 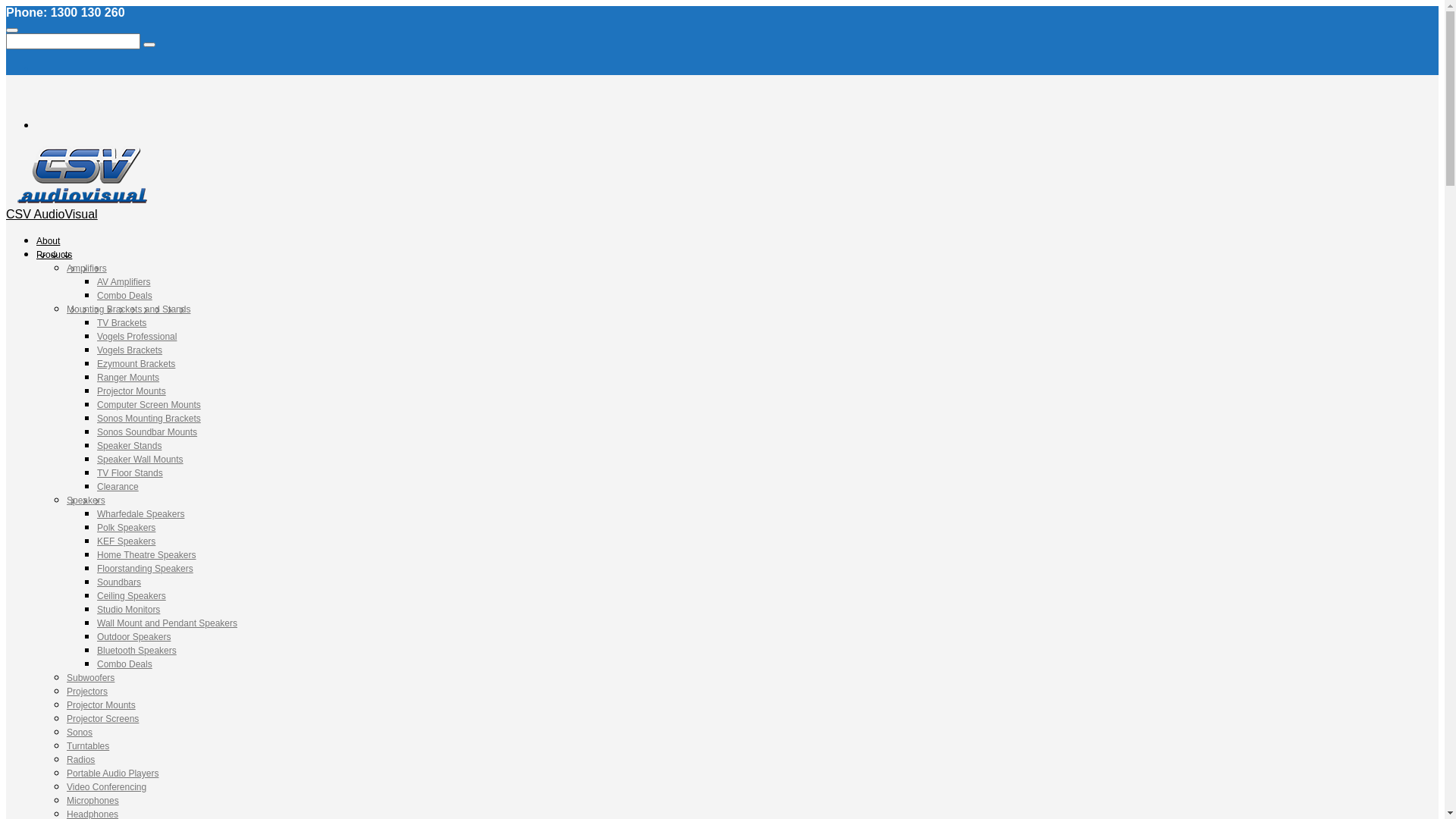 I want to click on 'Sonos Mounting Brackets', so click(x=149, y=418).